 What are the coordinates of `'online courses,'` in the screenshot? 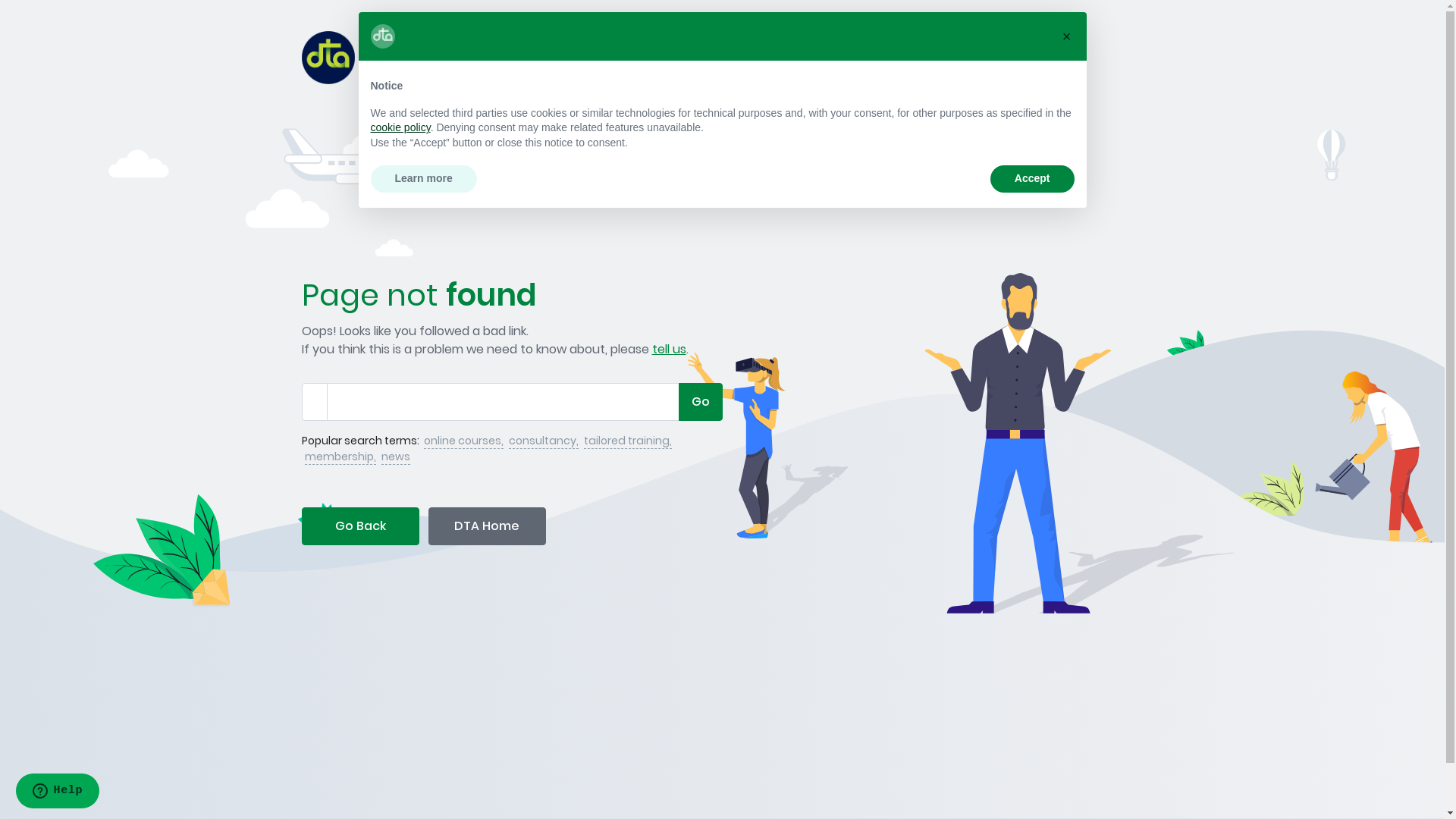 It's located at (462, 441).